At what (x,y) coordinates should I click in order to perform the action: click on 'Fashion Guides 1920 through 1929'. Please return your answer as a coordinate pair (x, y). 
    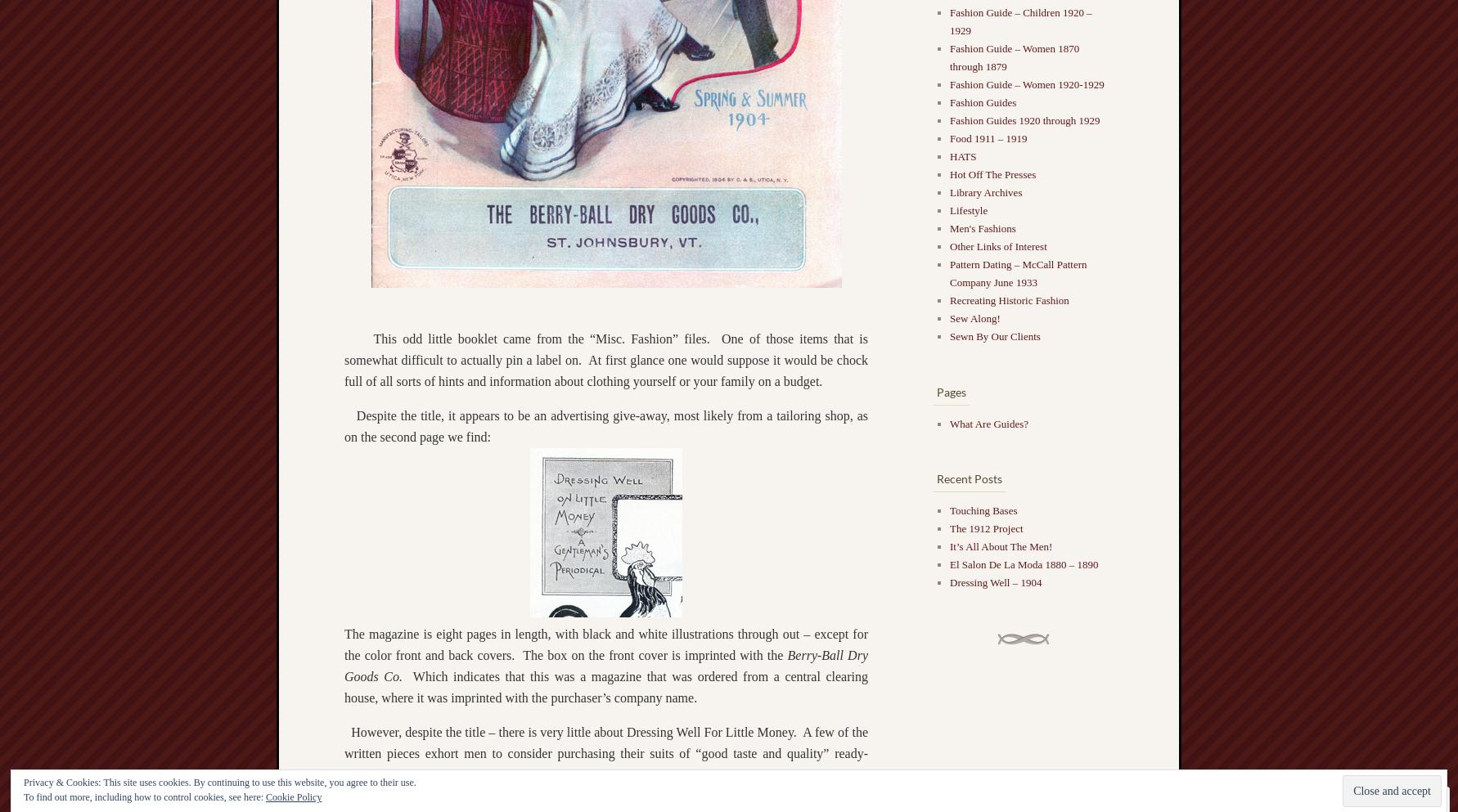
    Looking at the image, I should click on (1024, 120).